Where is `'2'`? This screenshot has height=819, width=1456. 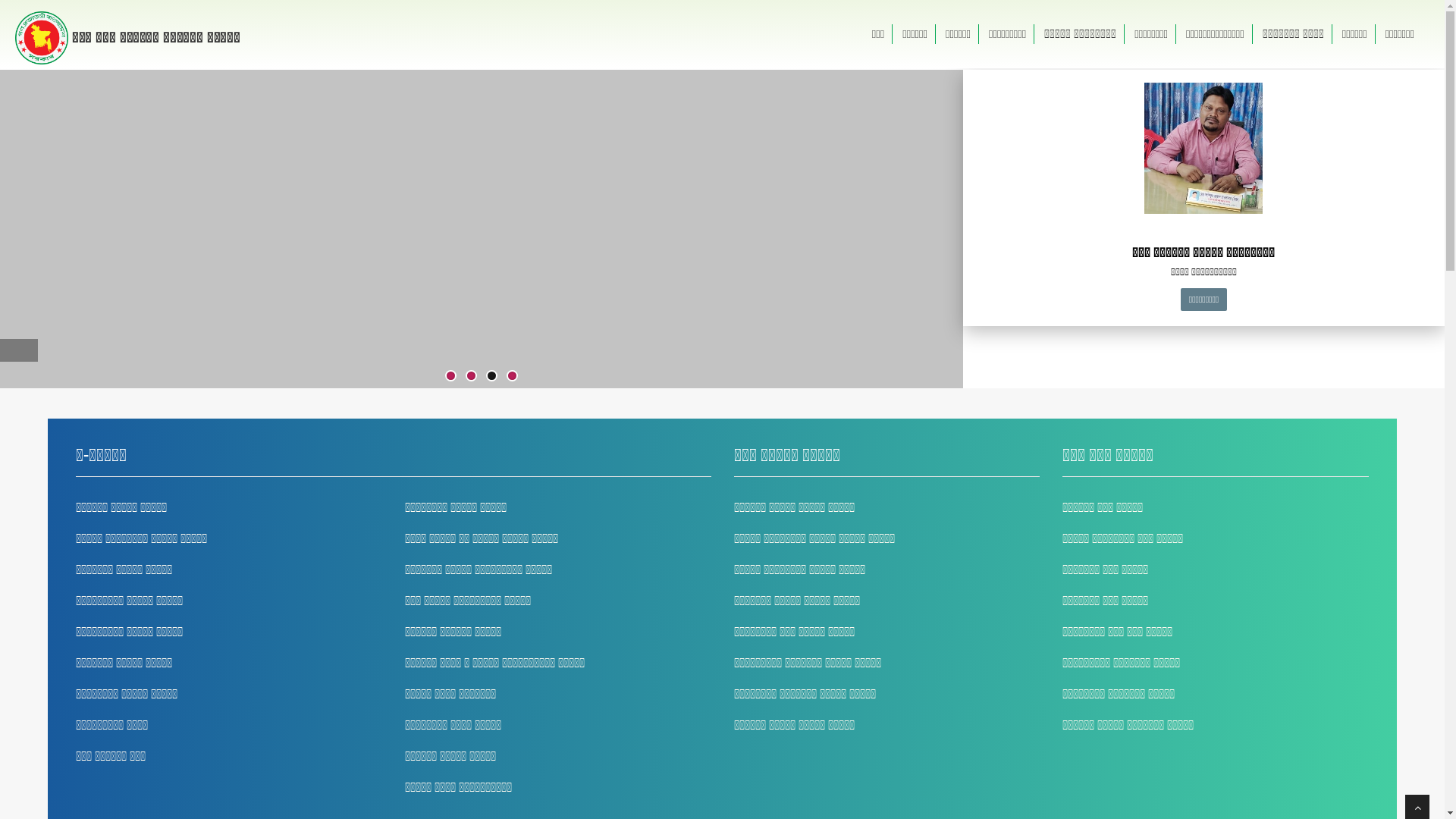 '2' is located at coordinates (470, 375).